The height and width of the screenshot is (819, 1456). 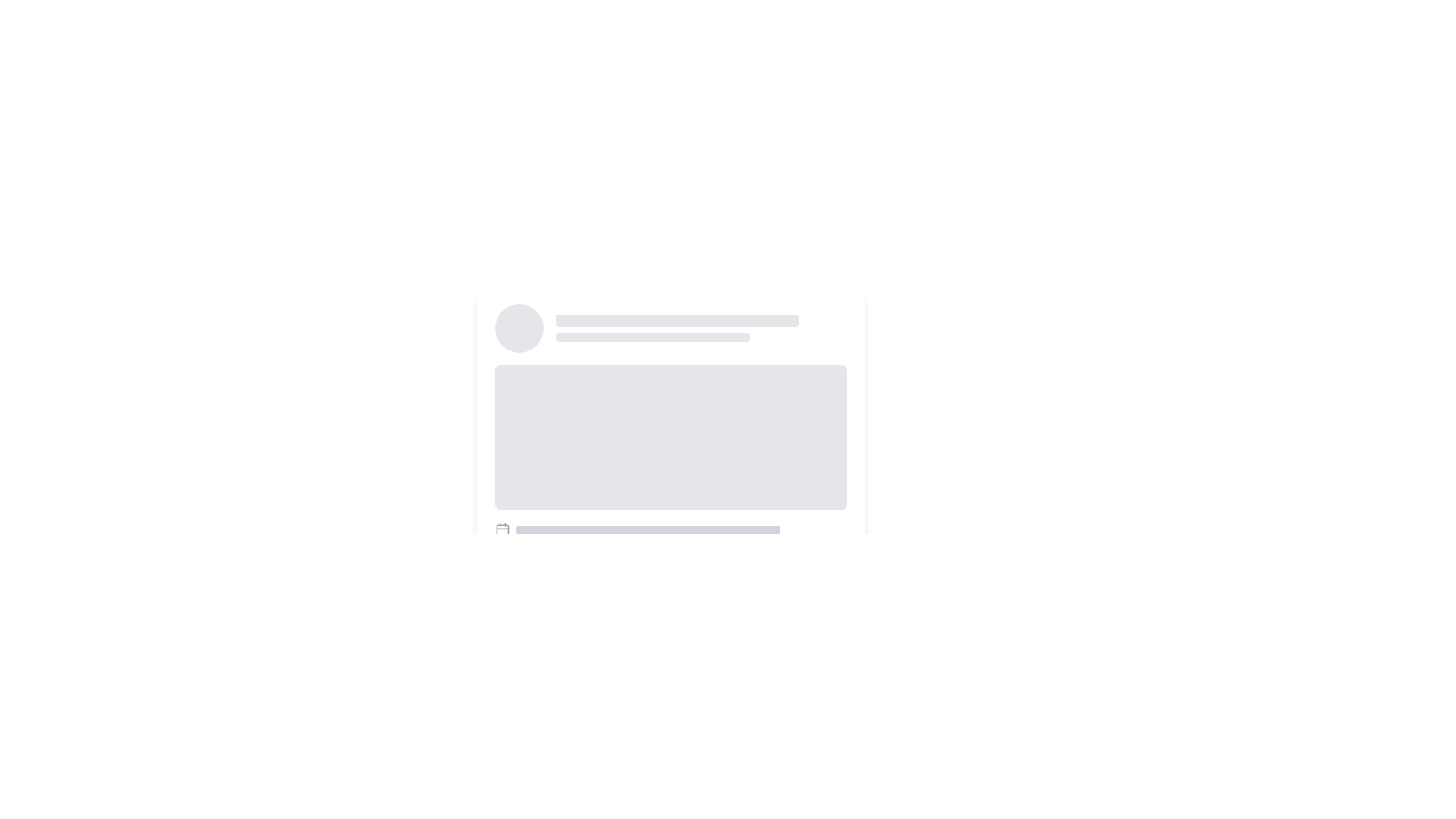 I want to click on the simplified calendar icon, so click(x=502, y=529).